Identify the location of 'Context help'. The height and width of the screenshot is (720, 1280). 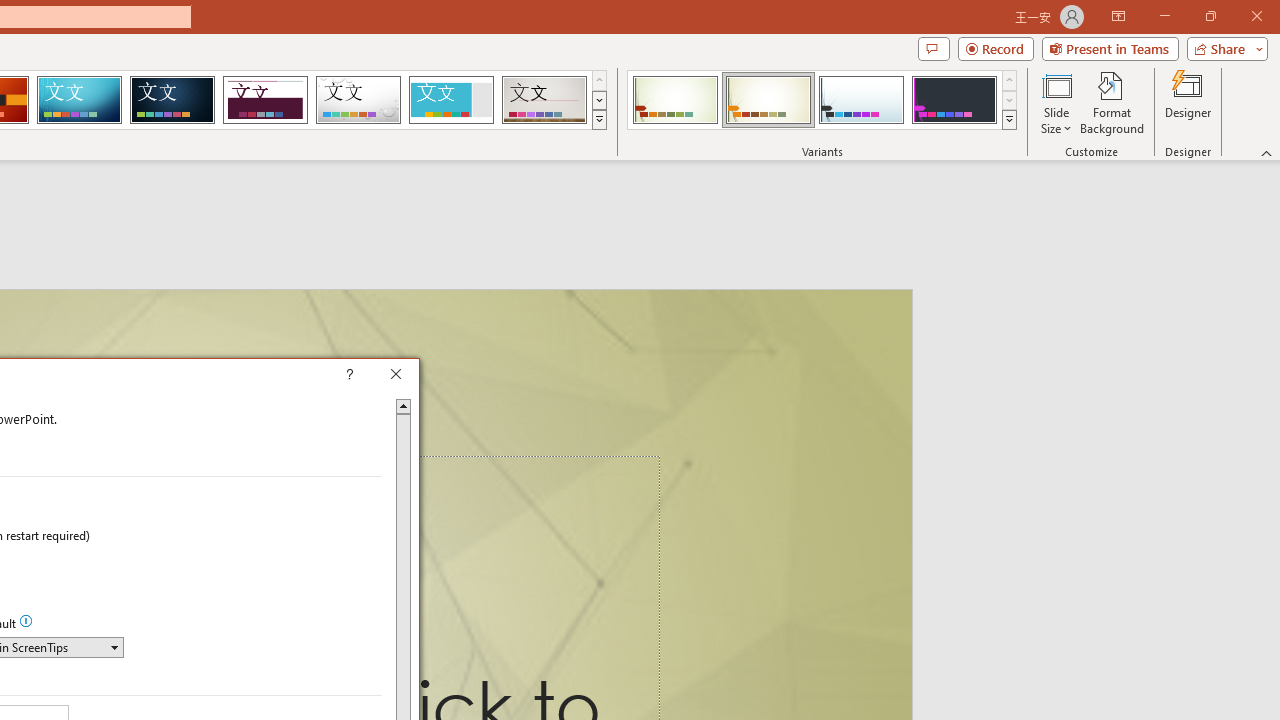
(378, 376).